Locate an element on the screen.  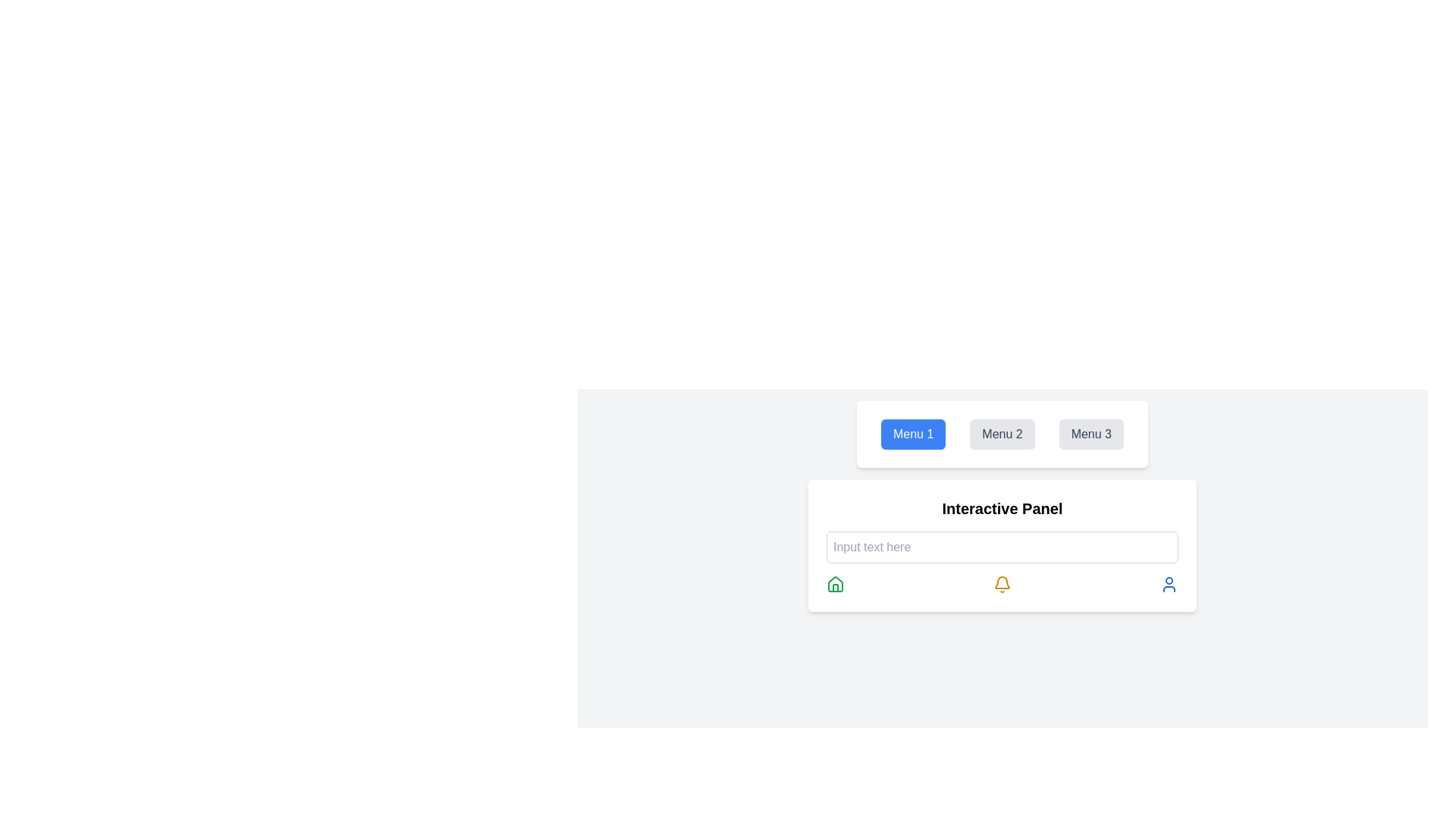
the Notification Bell icon located between the green house icon and the blue user icon at the bottom section of the panel is located at coordinates (1002, 584).